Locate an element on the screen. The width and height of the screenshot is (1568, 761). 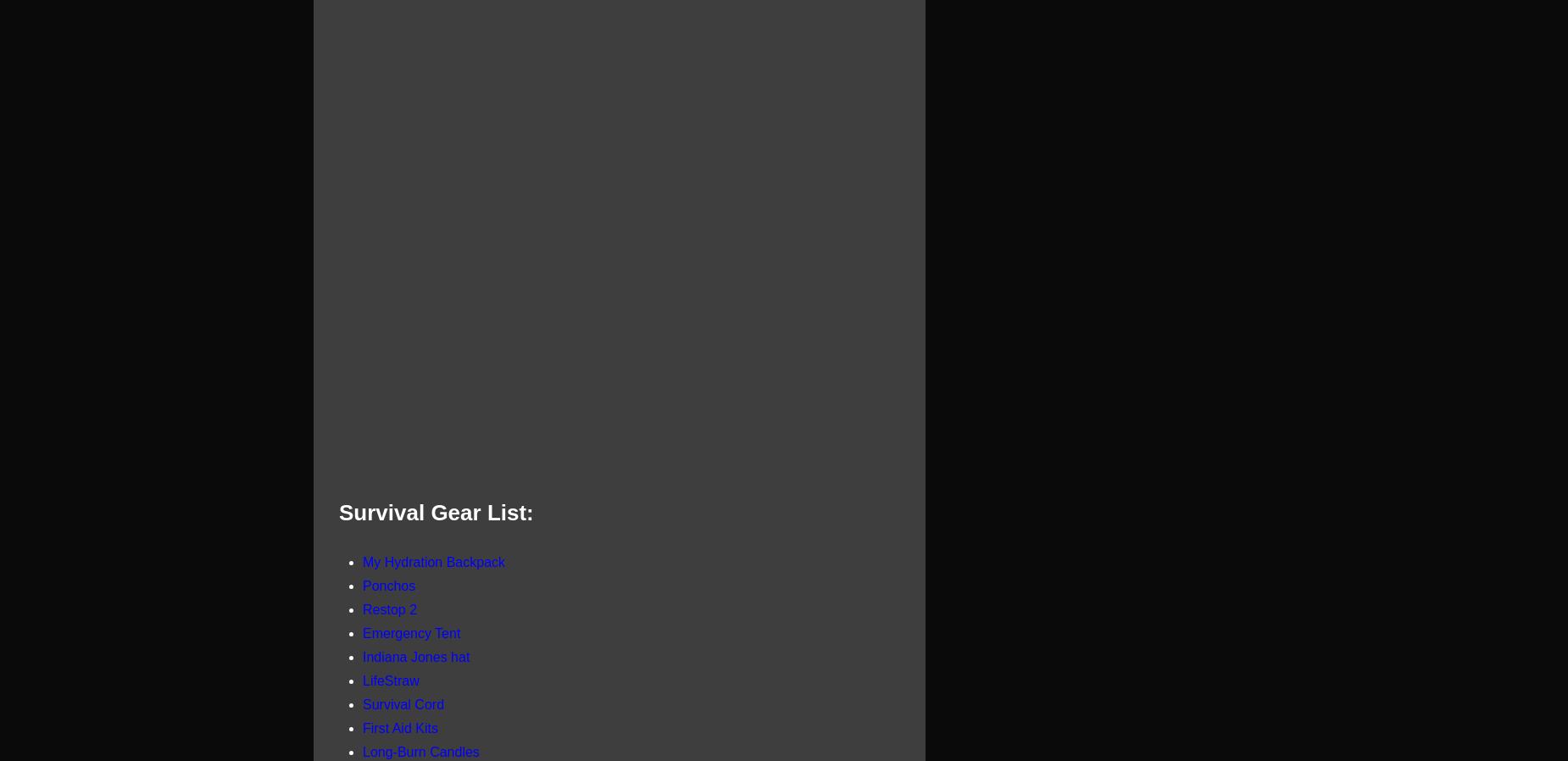
'Survival Gear List:' is located at coordinates (436, 511).